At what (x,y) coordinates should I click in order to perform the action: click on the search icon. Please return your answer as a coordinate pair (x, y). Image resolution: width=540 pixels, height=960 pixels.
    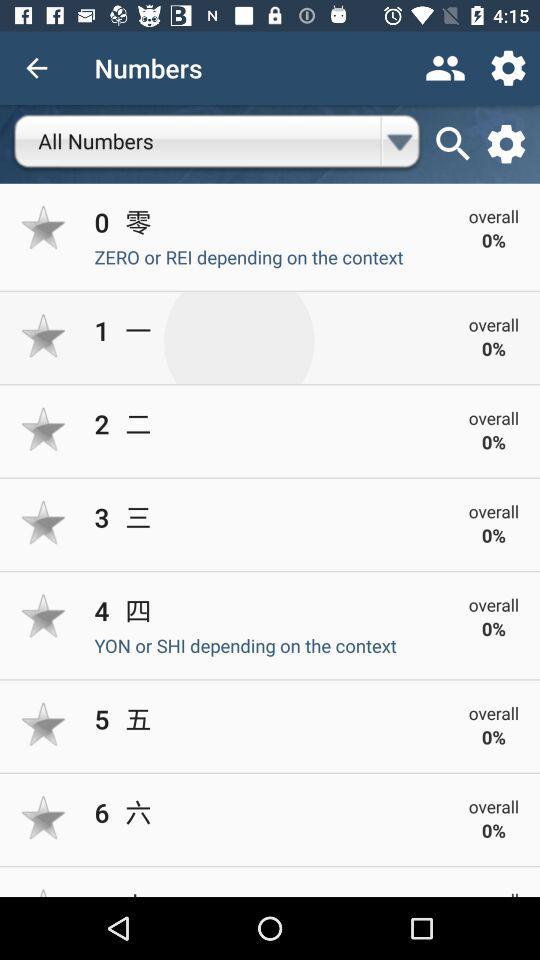
    Looking at the image, I should click on (453, 143).